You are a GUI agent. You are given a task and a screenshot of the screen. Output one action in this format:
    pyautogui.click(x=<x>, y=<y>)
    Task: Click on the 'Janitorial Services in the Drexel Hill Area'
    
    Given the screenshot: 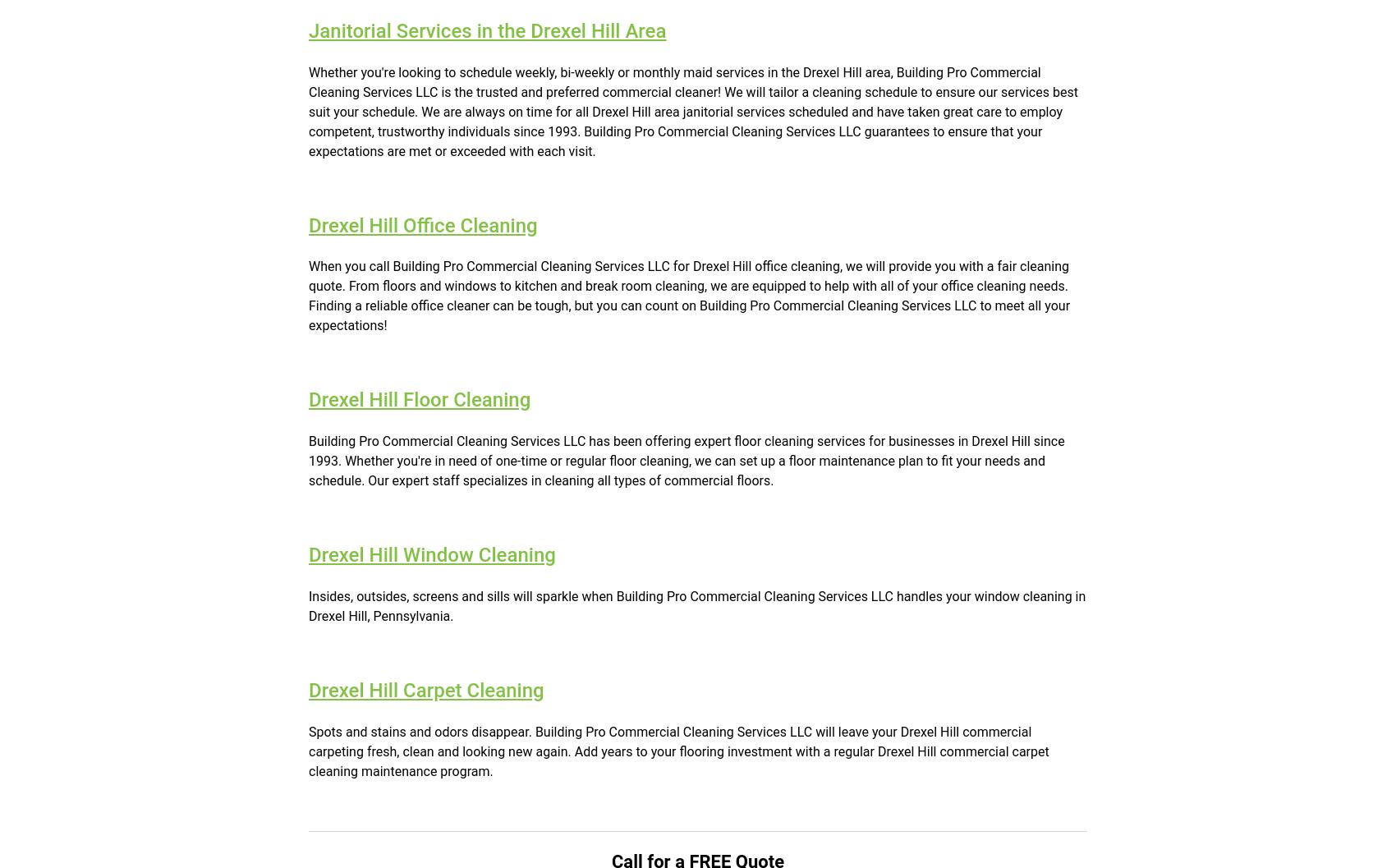 What is the action you would take?
    pyautogui.click(x=486, y=30)
    